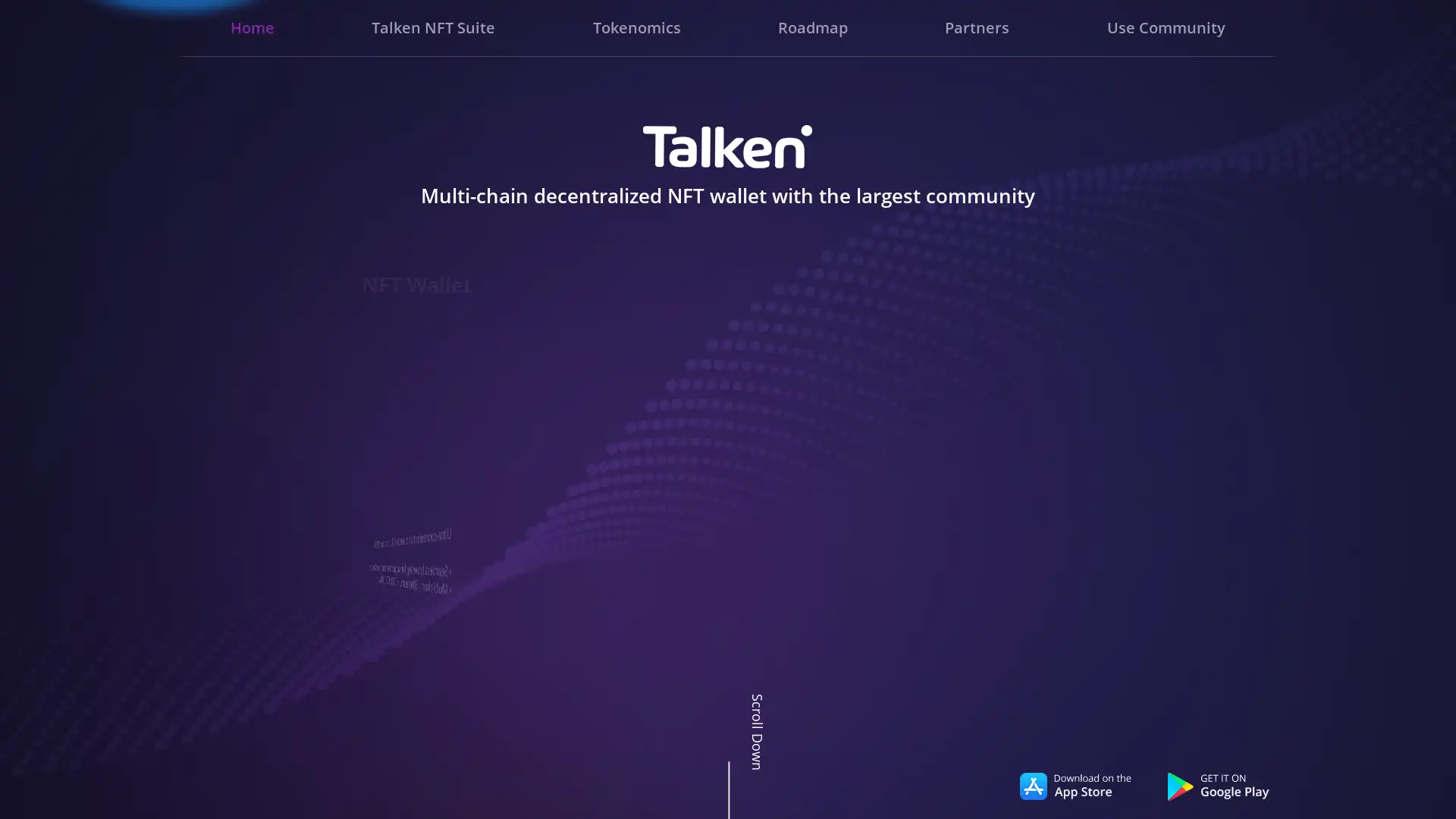 The width and height of the screenshot is (1456, 819). Describe the element at coordinates (237, 643) in the screenshot. I see `Go to slide 1` at that location.